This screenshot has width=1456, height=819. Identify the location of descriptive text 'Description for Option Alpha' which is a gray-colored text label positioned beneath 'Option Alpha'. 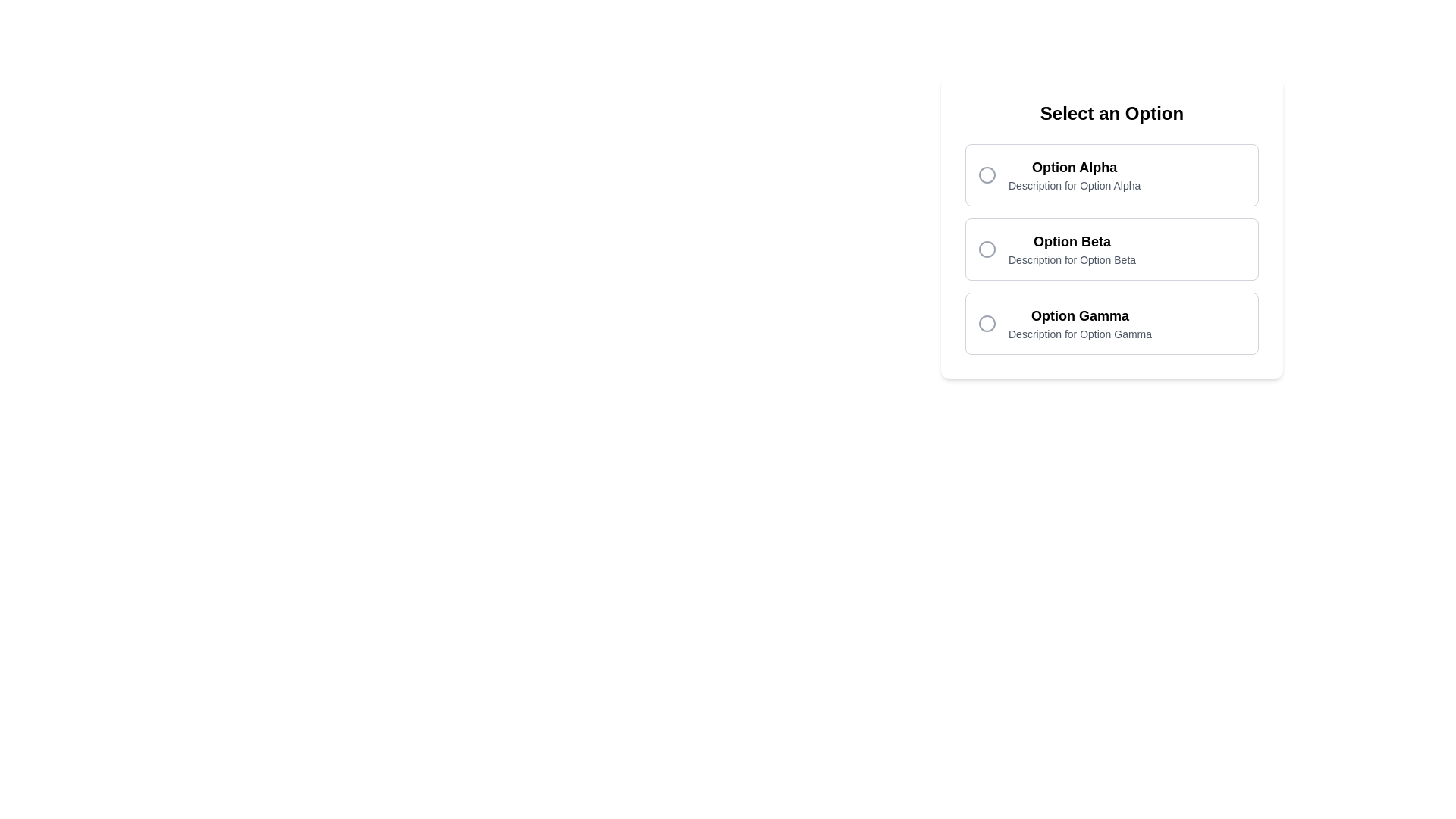
(1074, 185).